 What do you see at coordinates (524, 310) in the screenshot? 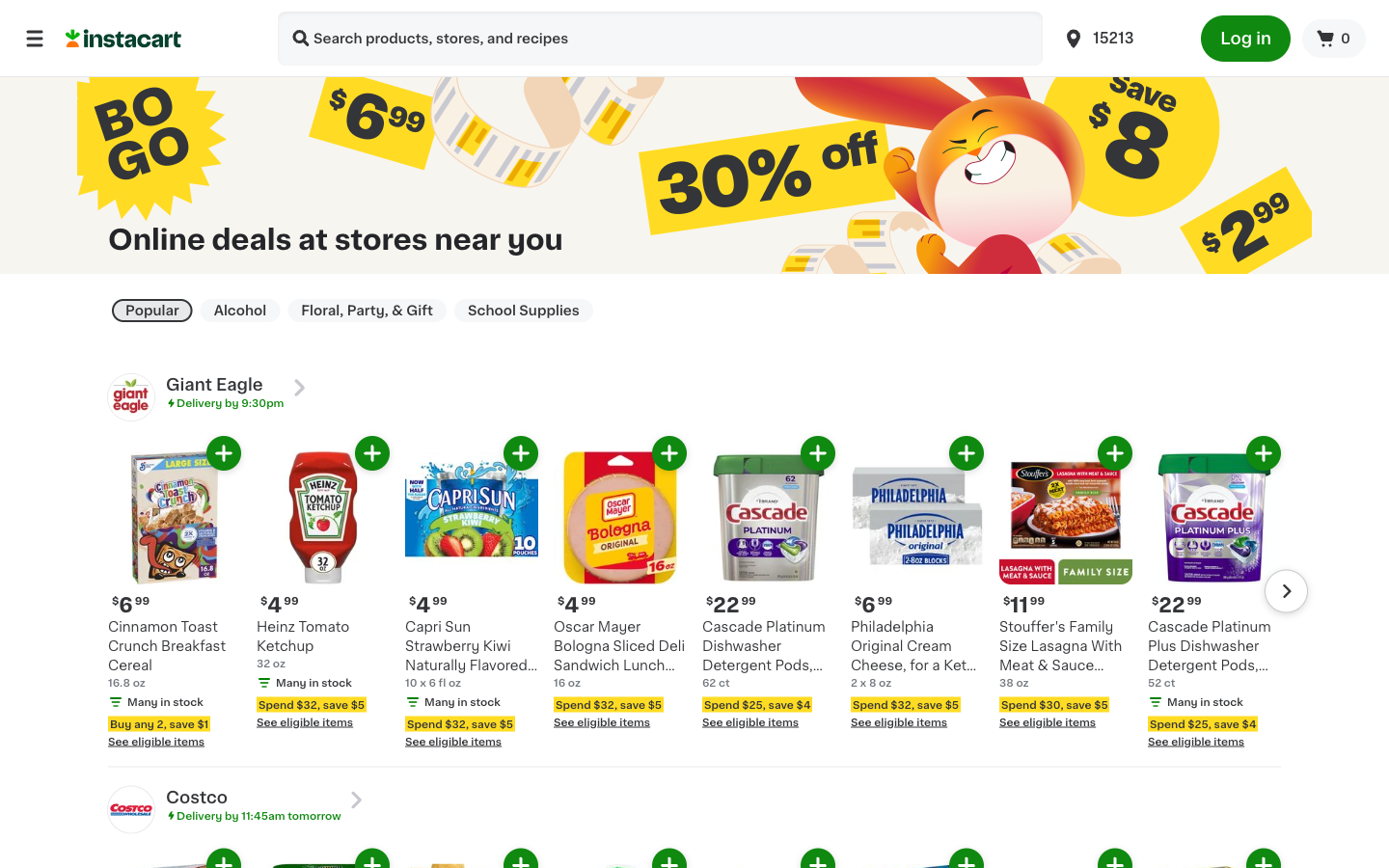
I see `Display all products listed in the School Supplies category` at bounding box center [524, 310].